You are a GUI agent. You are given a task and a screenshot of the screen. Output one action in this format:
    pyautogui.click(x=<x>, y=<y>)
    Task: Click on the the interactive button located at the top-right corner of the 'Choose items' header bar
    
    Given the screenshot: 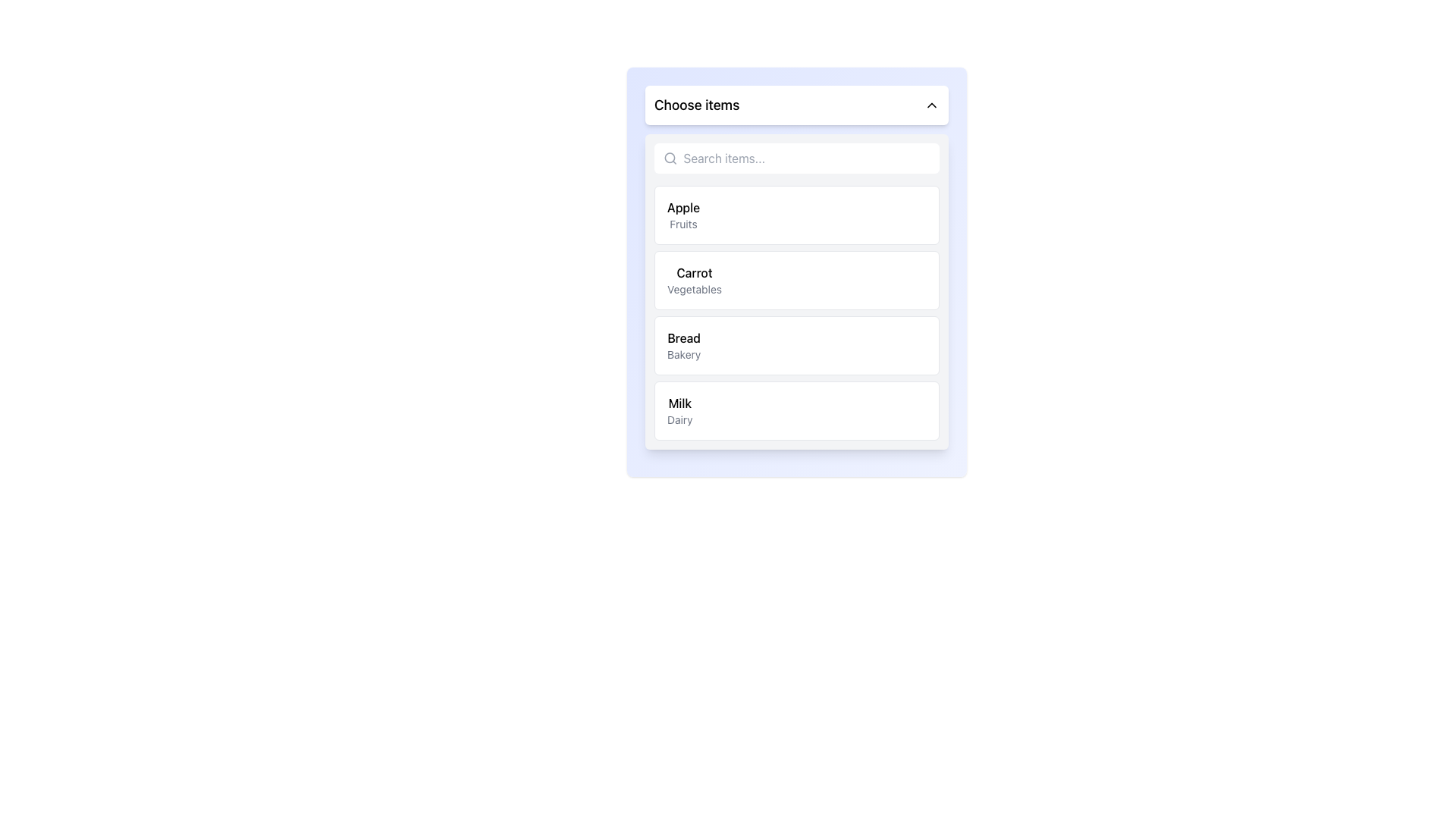 What is the action you would take?
    pyautogui.click(x=930, y=104)
    